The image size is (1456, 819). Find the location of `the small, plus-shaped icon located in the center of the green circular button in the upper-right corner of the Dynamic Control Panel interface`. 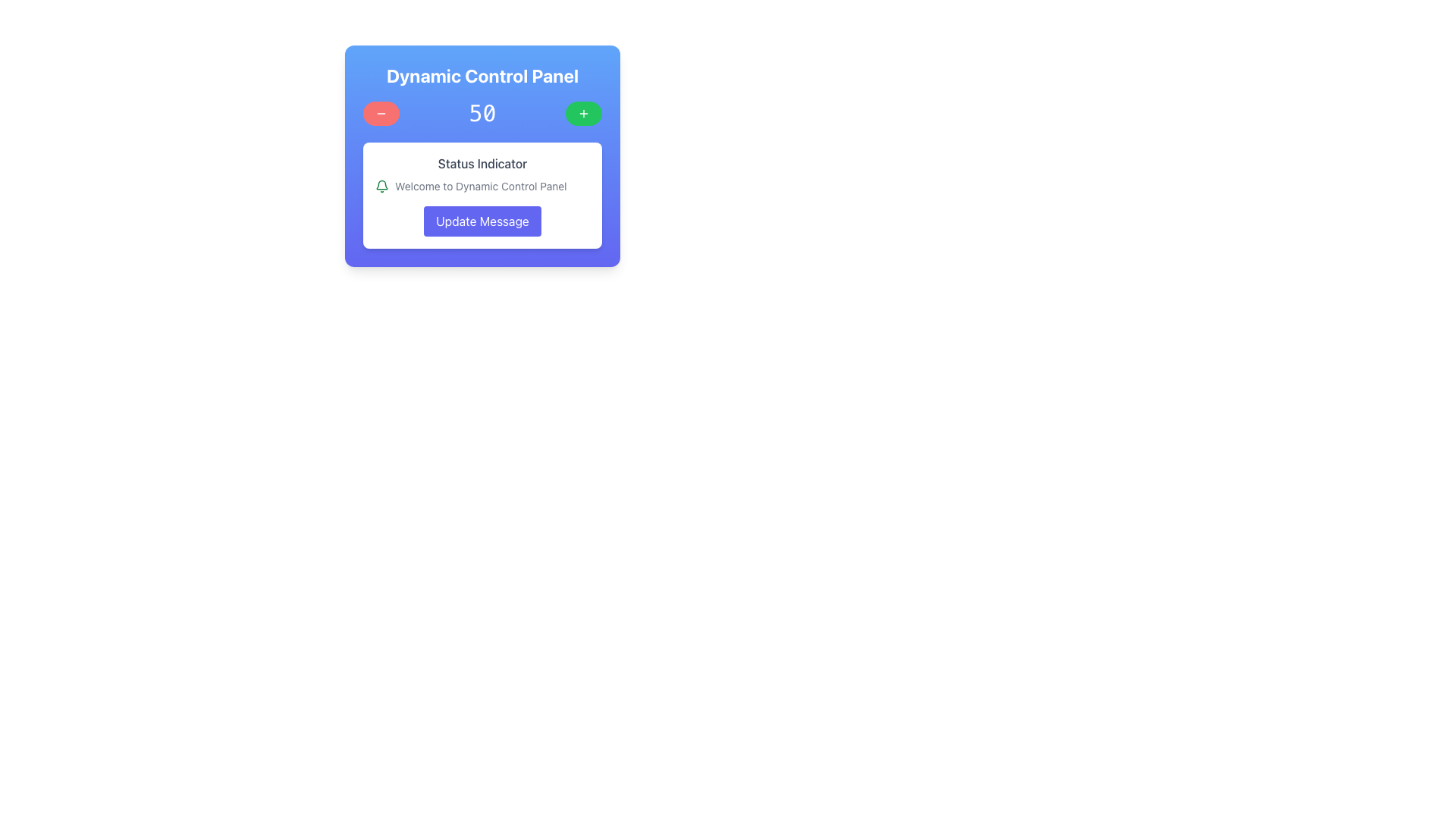

the small, plus-shaped icon located in the center of the green circular button in the upper-right corner of the Dynamic Control Panel interface is located at coordinates (582, 113).